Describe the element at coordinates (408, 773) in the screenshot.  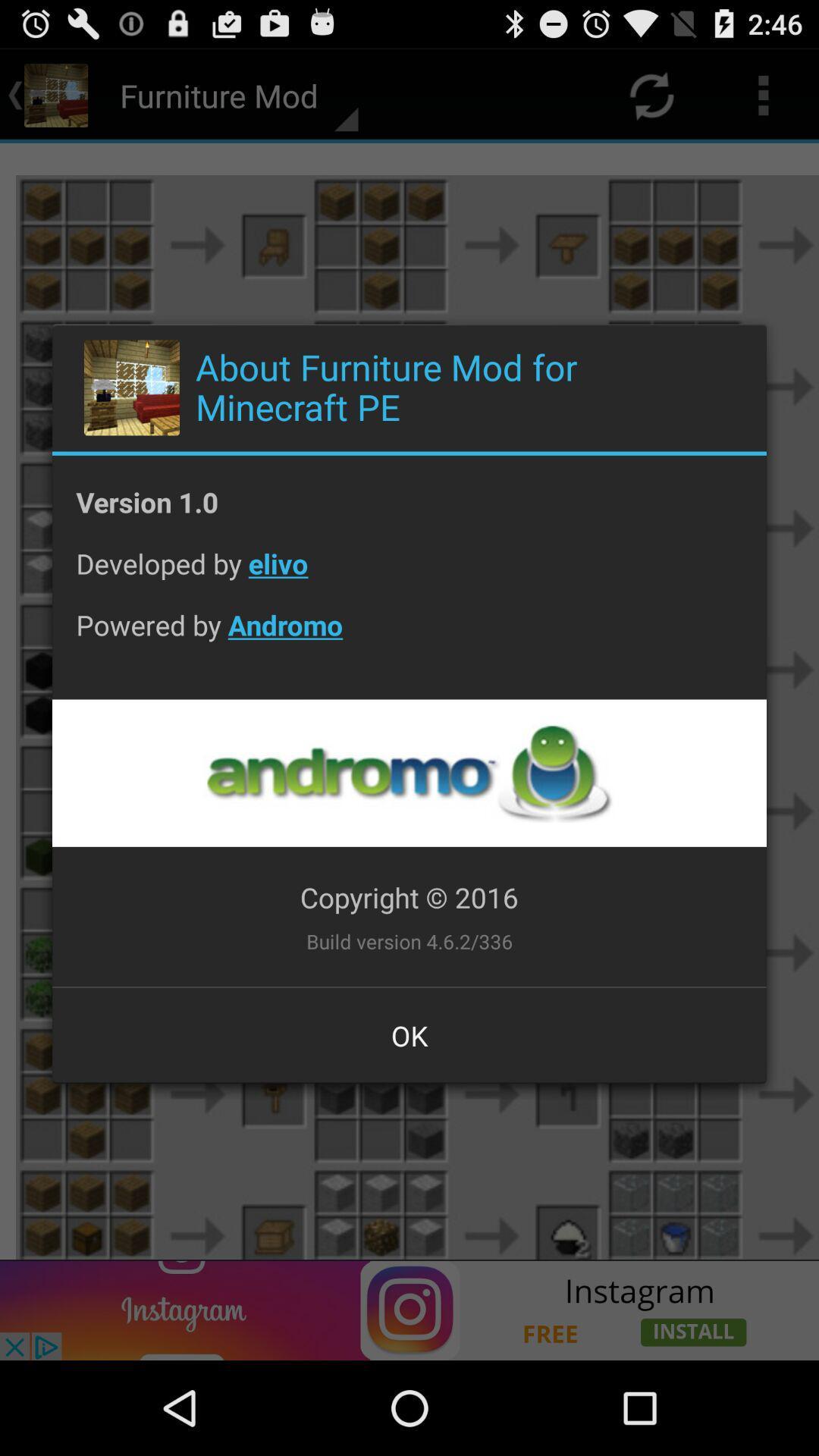
I see `link to app` at that location.